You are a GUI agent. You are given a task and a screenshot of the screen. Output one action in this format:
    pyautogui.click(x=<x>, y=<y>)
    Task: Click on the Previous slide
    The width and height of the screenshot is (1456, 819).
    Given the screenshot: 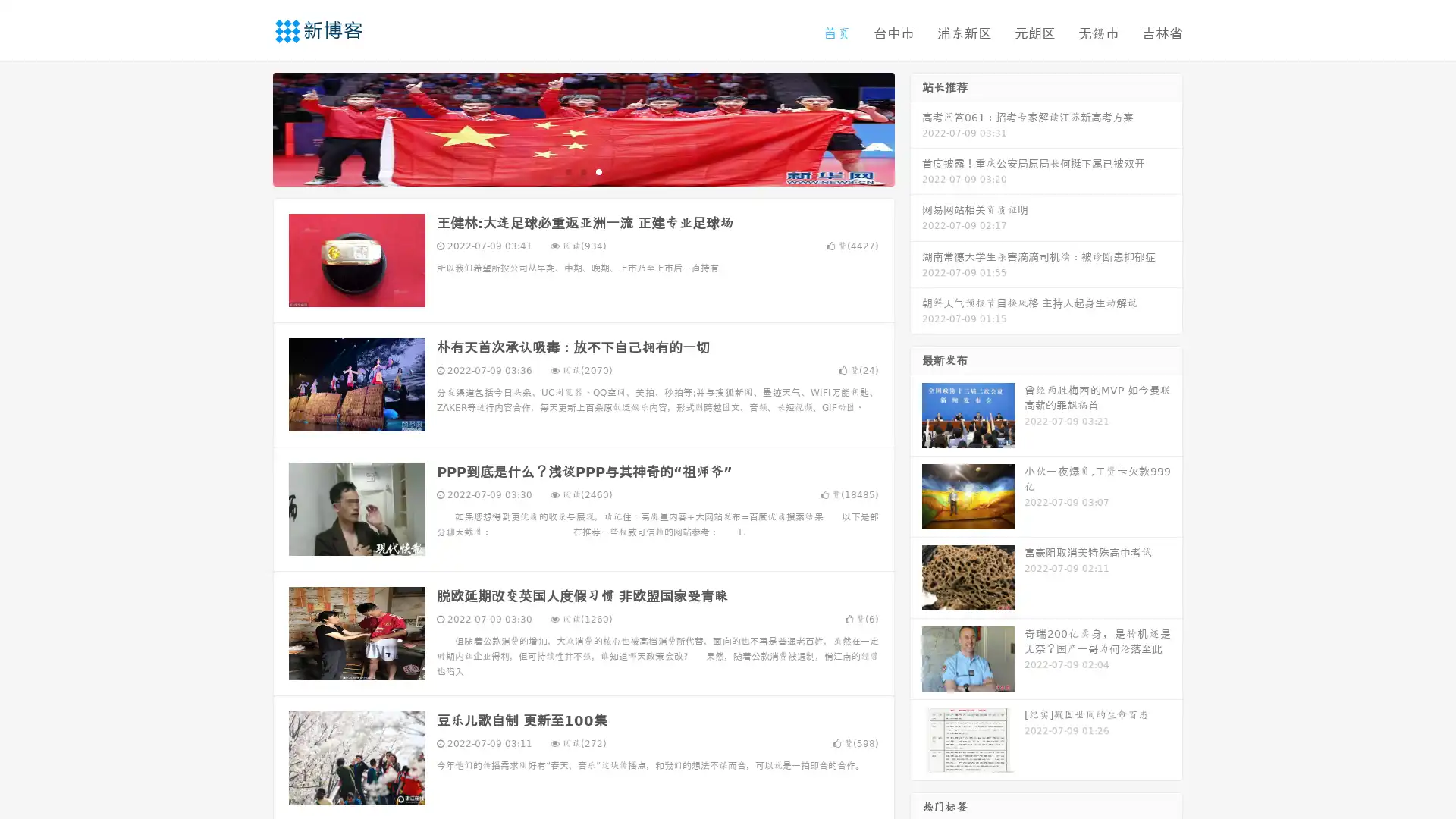 What is the action you would take?
    pyautogui.click(x=250, y=127)
    